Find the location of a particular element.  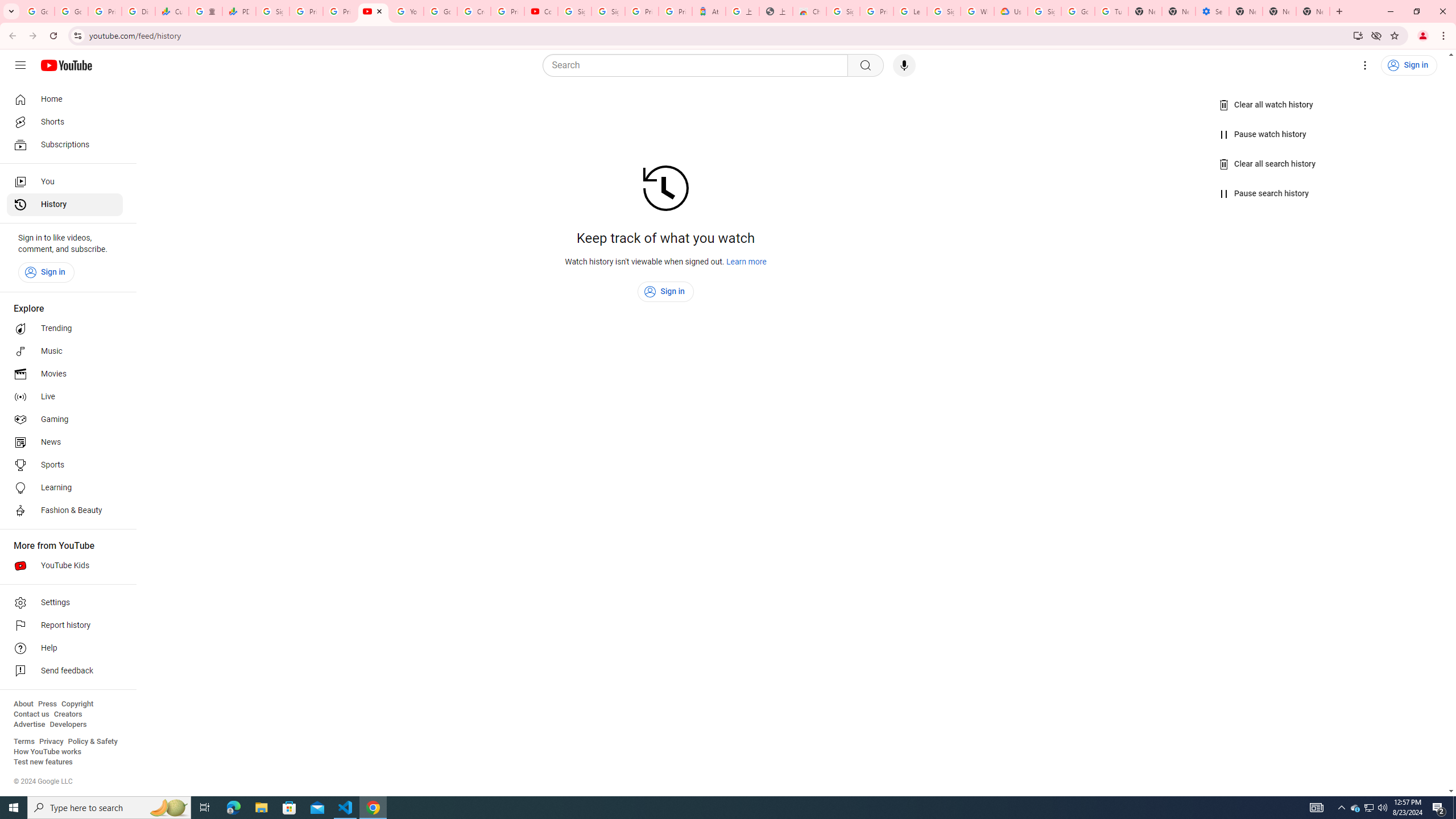

'Shorts' is located at coordinates (64, 122).